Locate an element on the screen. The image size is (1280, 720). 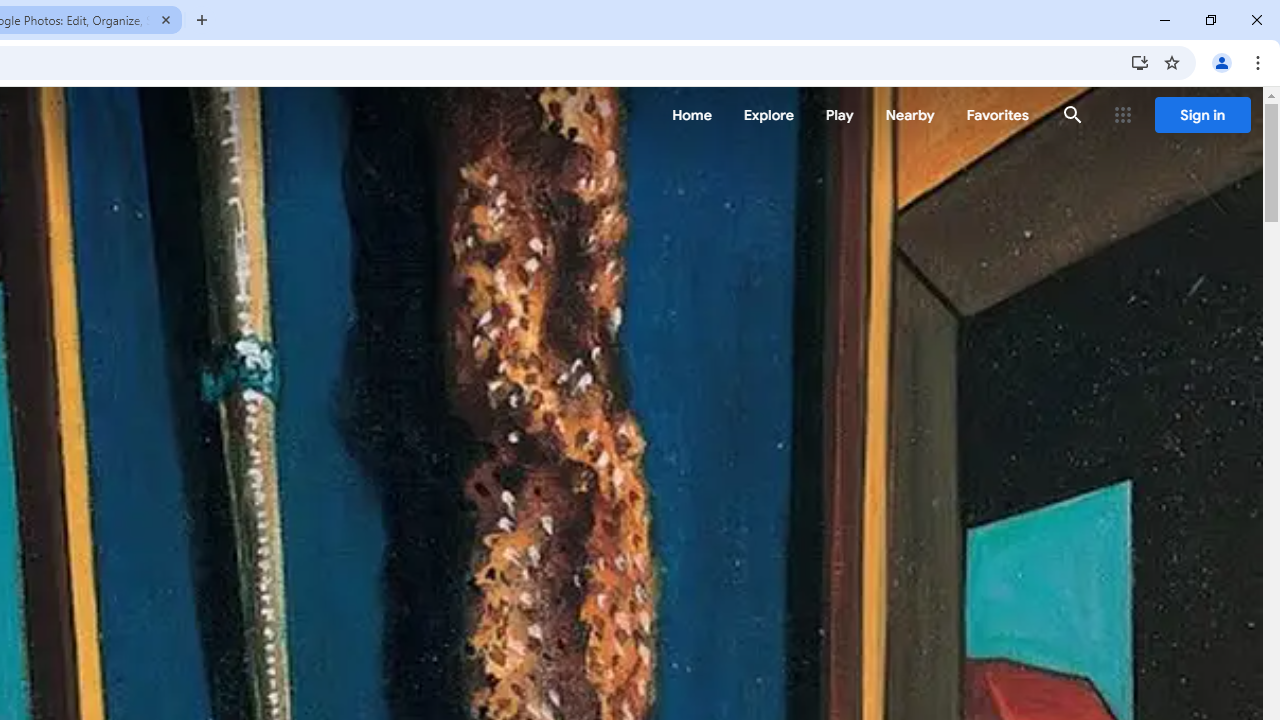
'Nearby' is located at coordinates (909, 115).